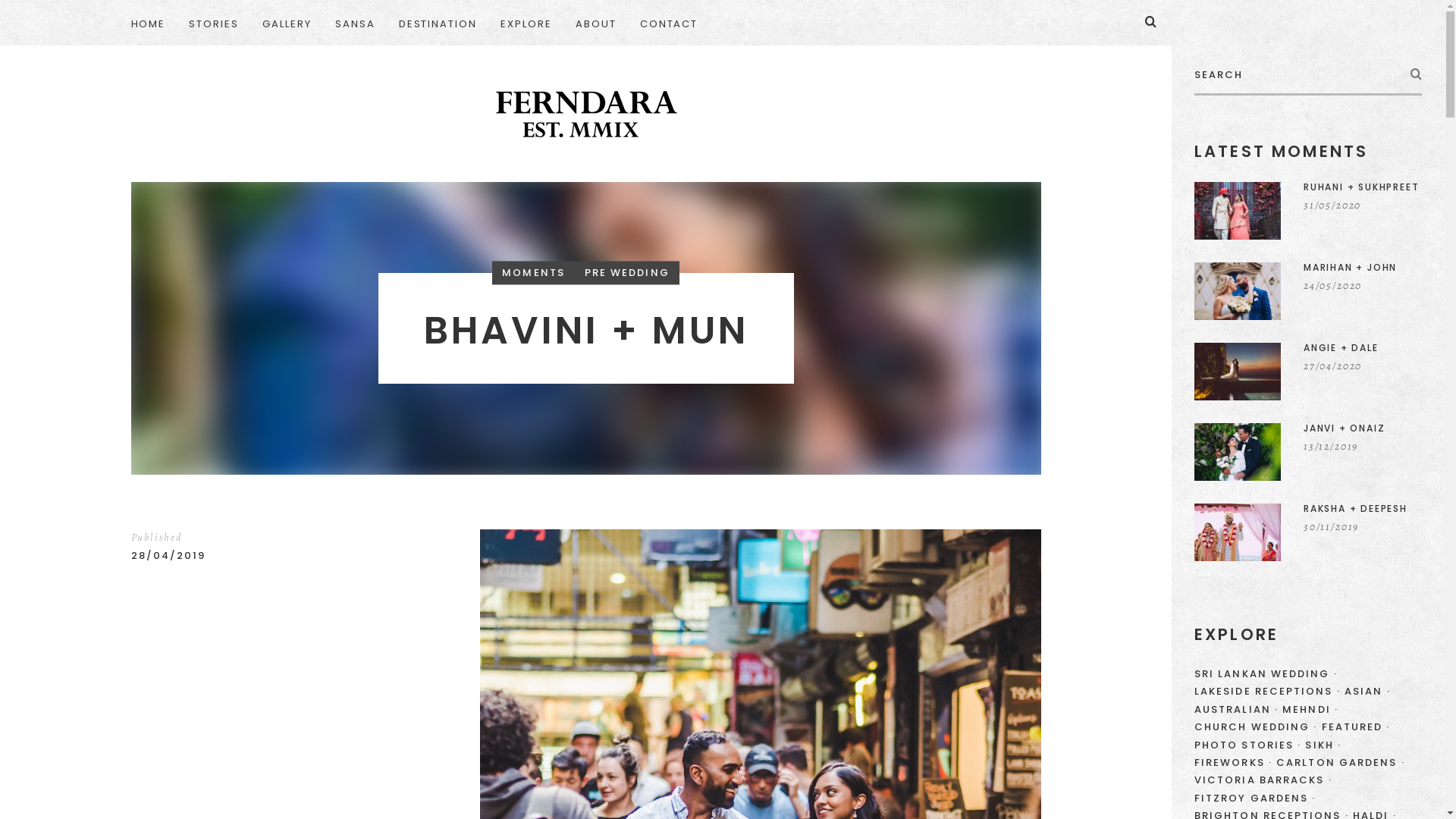 Image resolution: width=1456 pixels, height=819 pixels. What do you see at coordinates (323, 23) in the screenshot?
I see `'SANSA'` at bounding box center [323, 23].